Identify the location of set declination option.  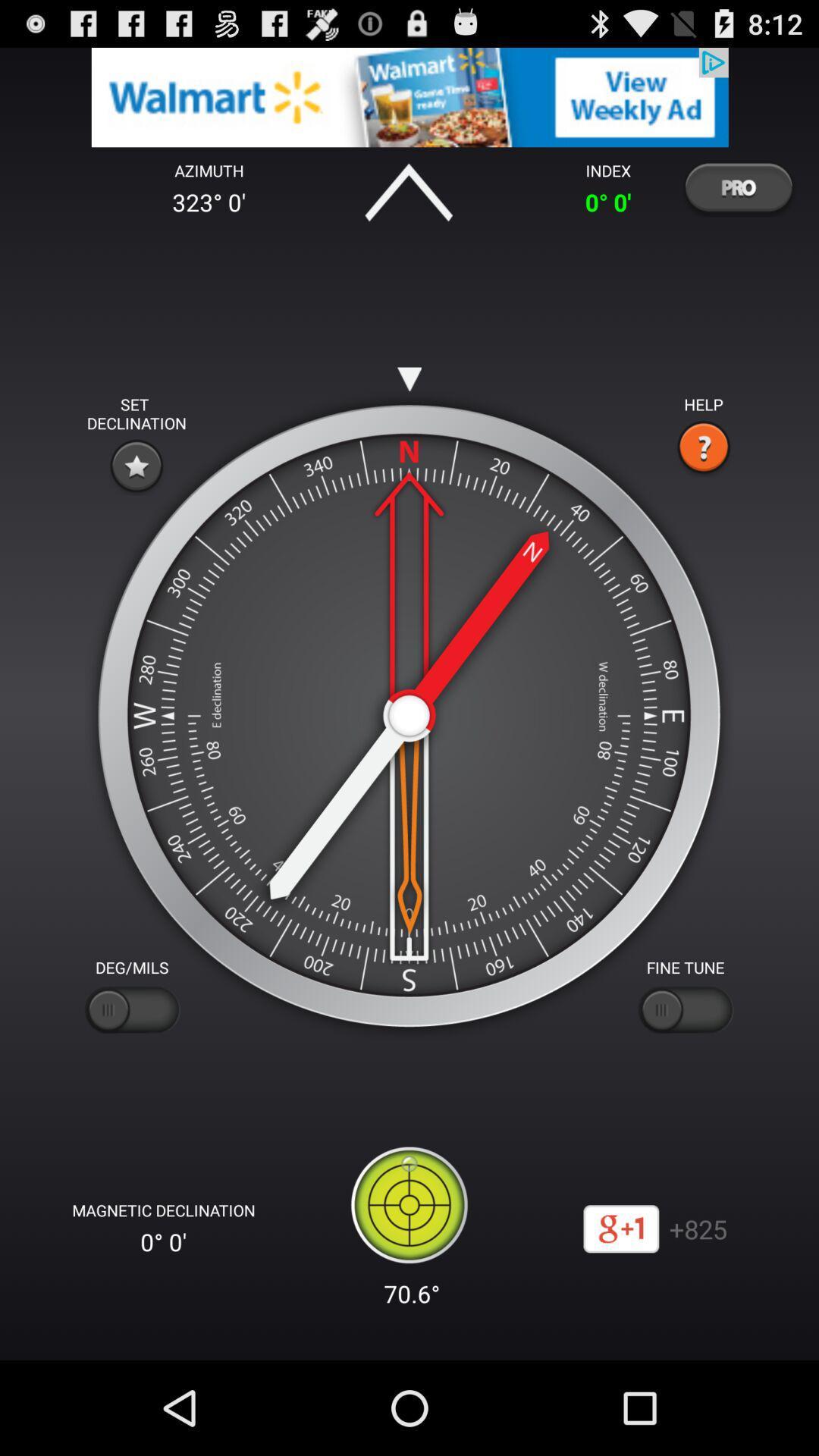
(136, 465).